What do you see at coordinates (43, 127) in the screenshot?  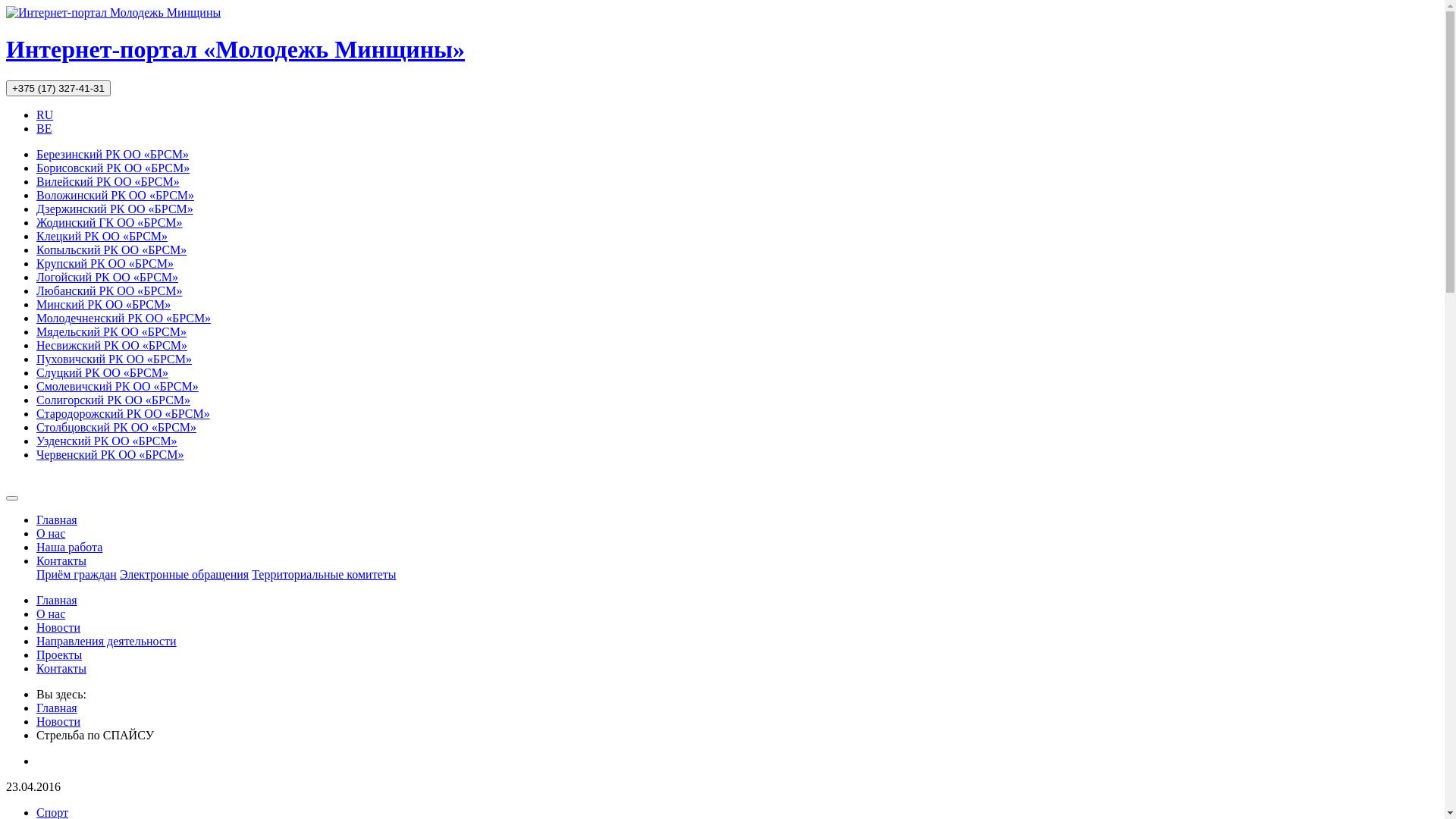 I see `'BE'` at bounding box center [43, 127].